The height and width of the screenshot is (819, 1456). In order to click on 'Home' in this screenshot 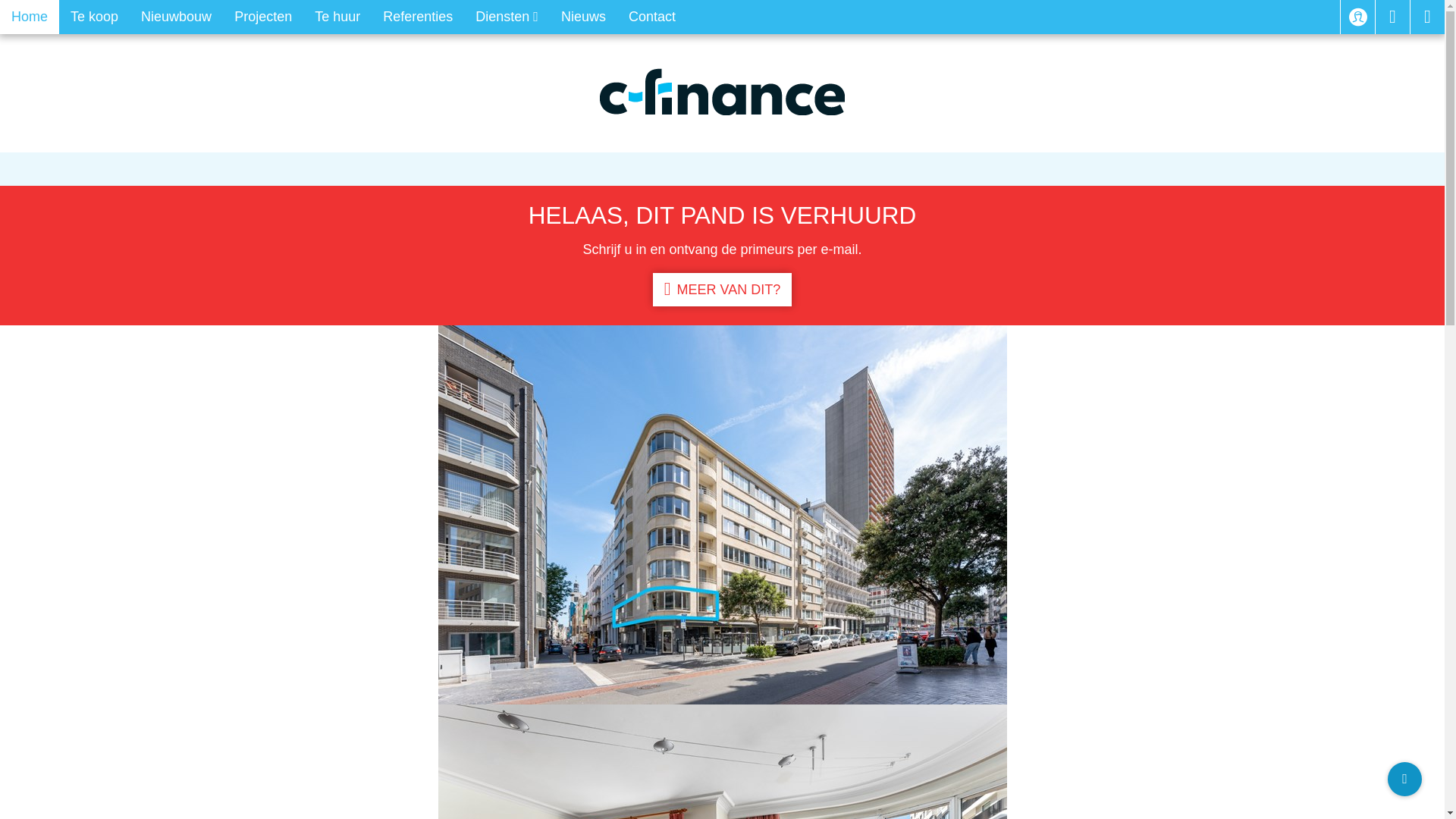, I will do `click(29, 17)`.